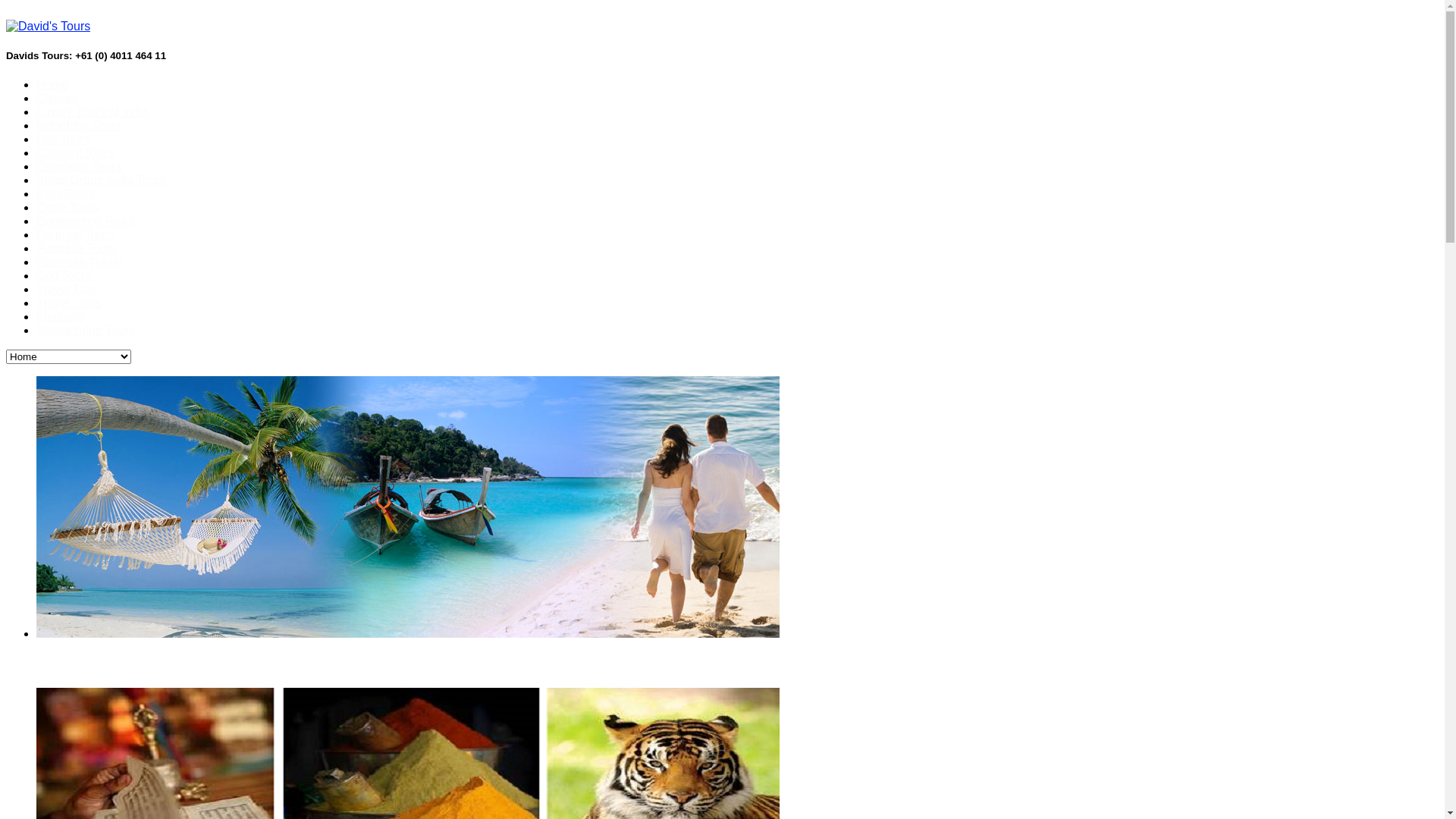 The image size is (1456, 819). Describe the element at coordinates (682, 664) in the screenshot. I see `' Wellness Tours'` at that location.